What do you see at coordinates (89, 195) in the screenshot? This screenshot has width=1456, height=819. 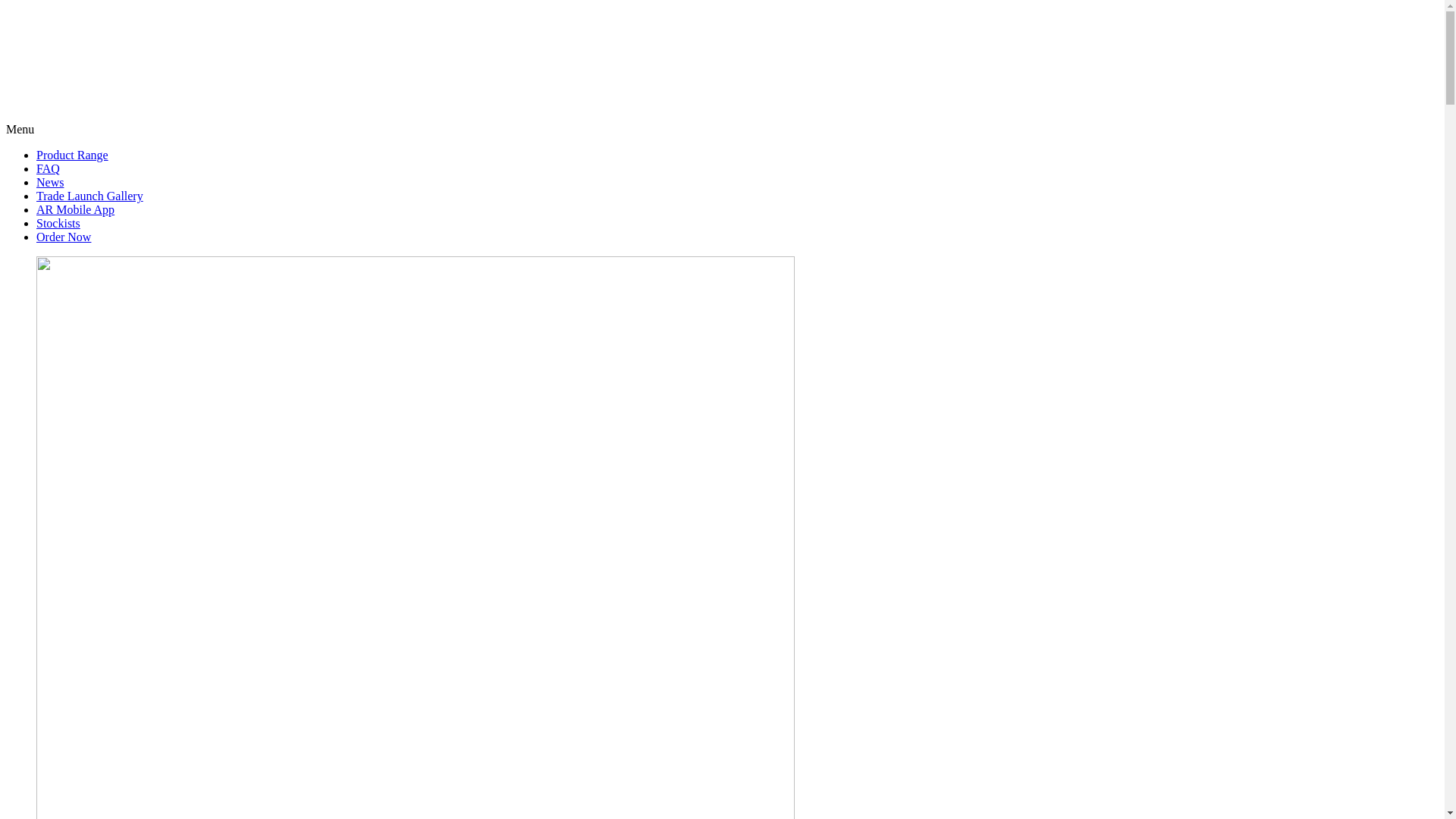 I see `'Trade Launch Gallery'` at bounding box center [89, 195].